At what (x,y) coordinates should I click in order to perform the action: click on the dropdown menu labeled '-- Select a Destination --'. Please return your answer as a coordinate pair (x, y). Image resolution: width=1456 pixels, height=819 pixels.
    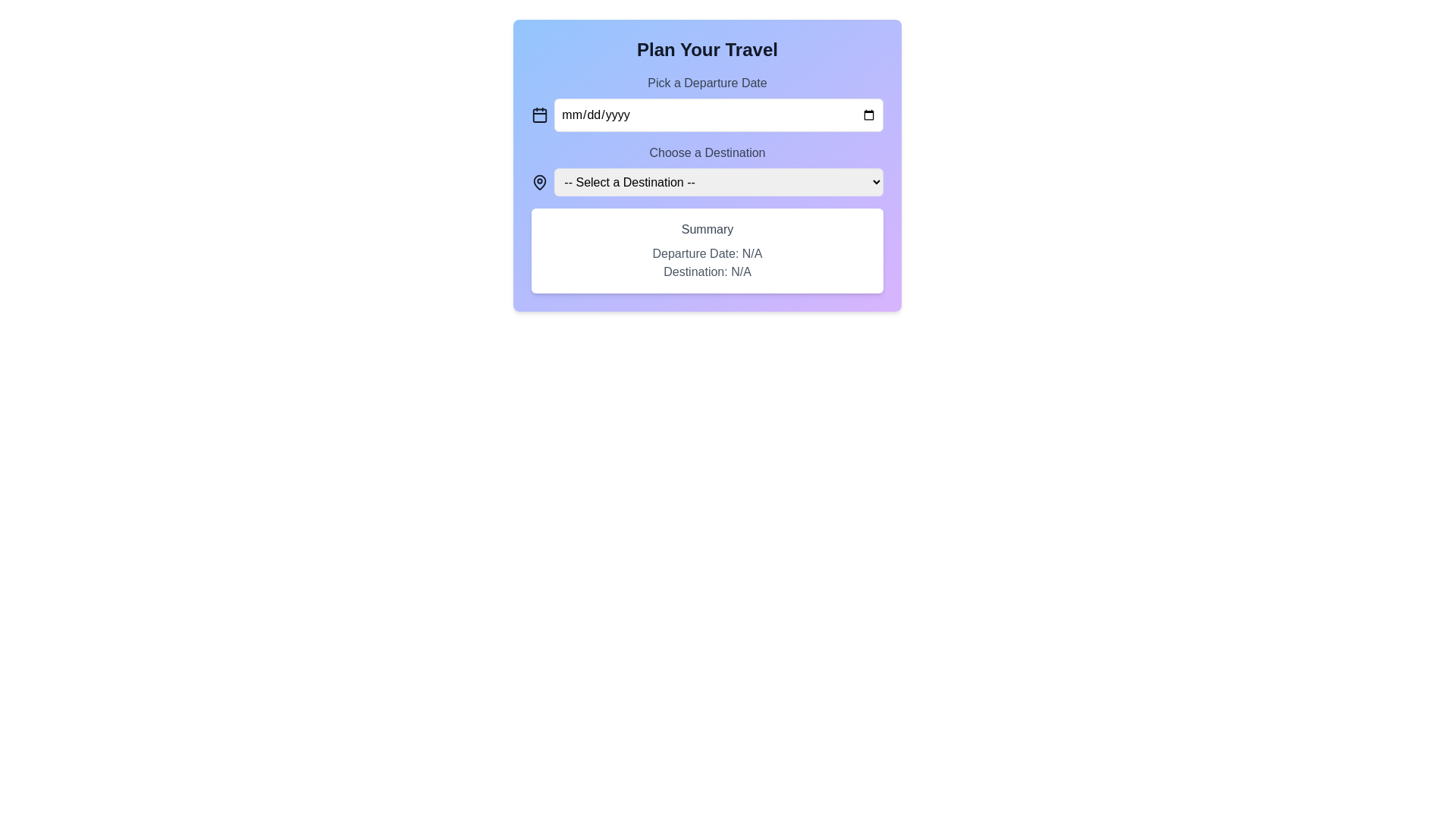
    Looking at the image, I should click on (706, 181).